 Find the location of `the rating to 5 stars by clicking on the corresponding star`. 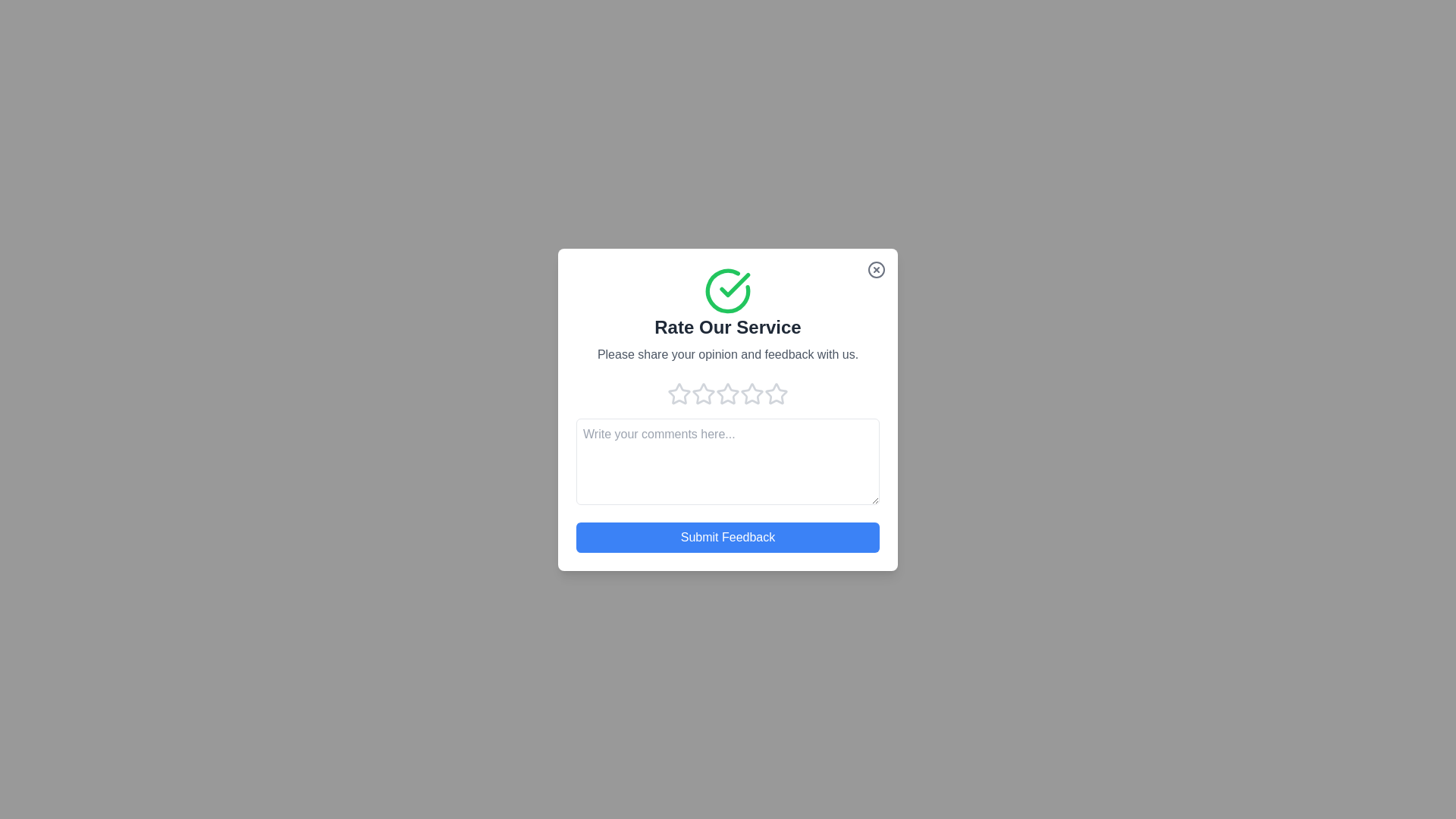

the rating to 5 stars by clicking on the corresponding star is located at coordinates (776, 393).